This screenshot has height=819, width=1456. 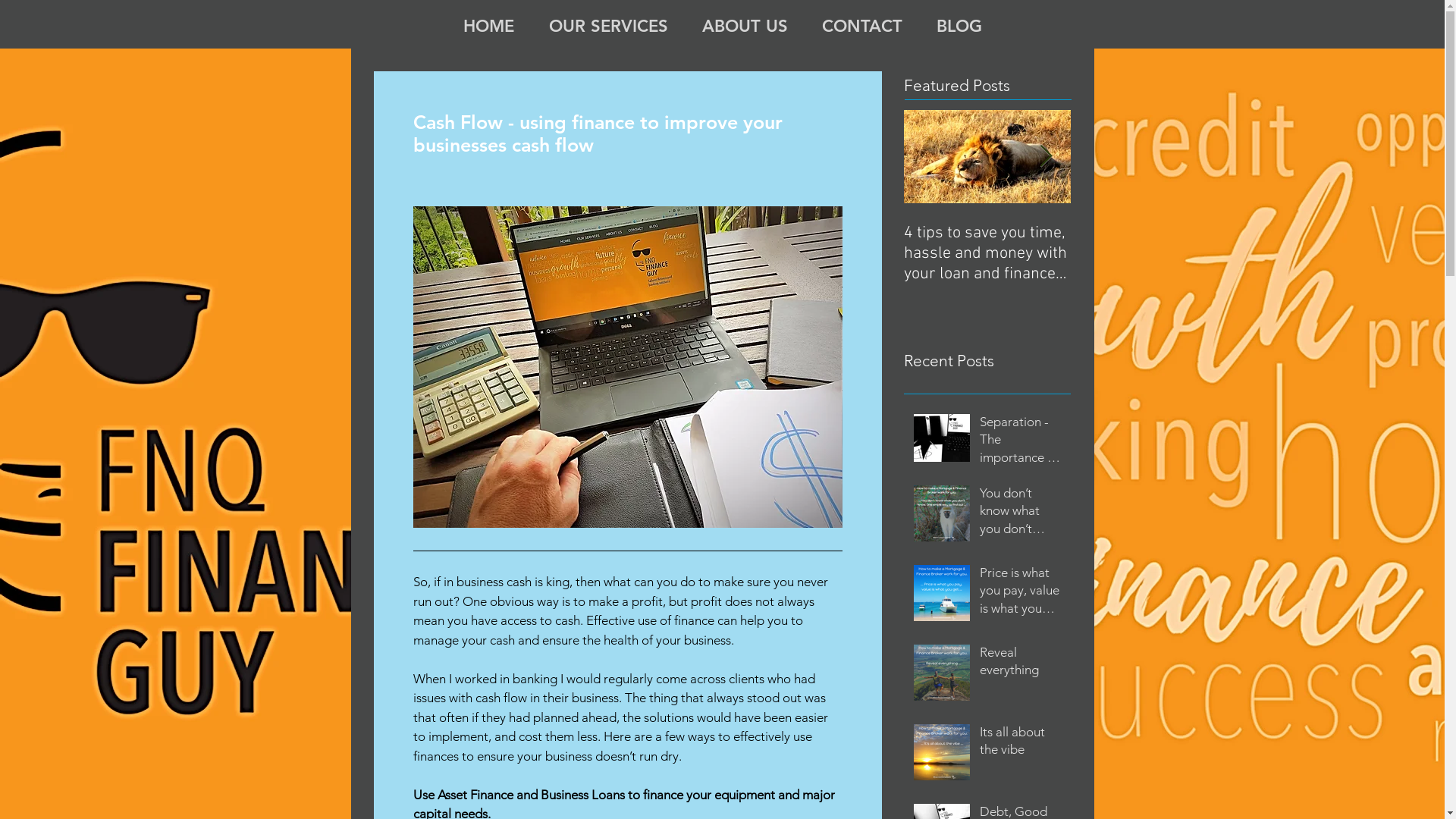 What do you see at coordinates (1020, 593) in the screenshot?
I see `'Price is what you pay, value is what you get'` at bounding box center [1020, 593].